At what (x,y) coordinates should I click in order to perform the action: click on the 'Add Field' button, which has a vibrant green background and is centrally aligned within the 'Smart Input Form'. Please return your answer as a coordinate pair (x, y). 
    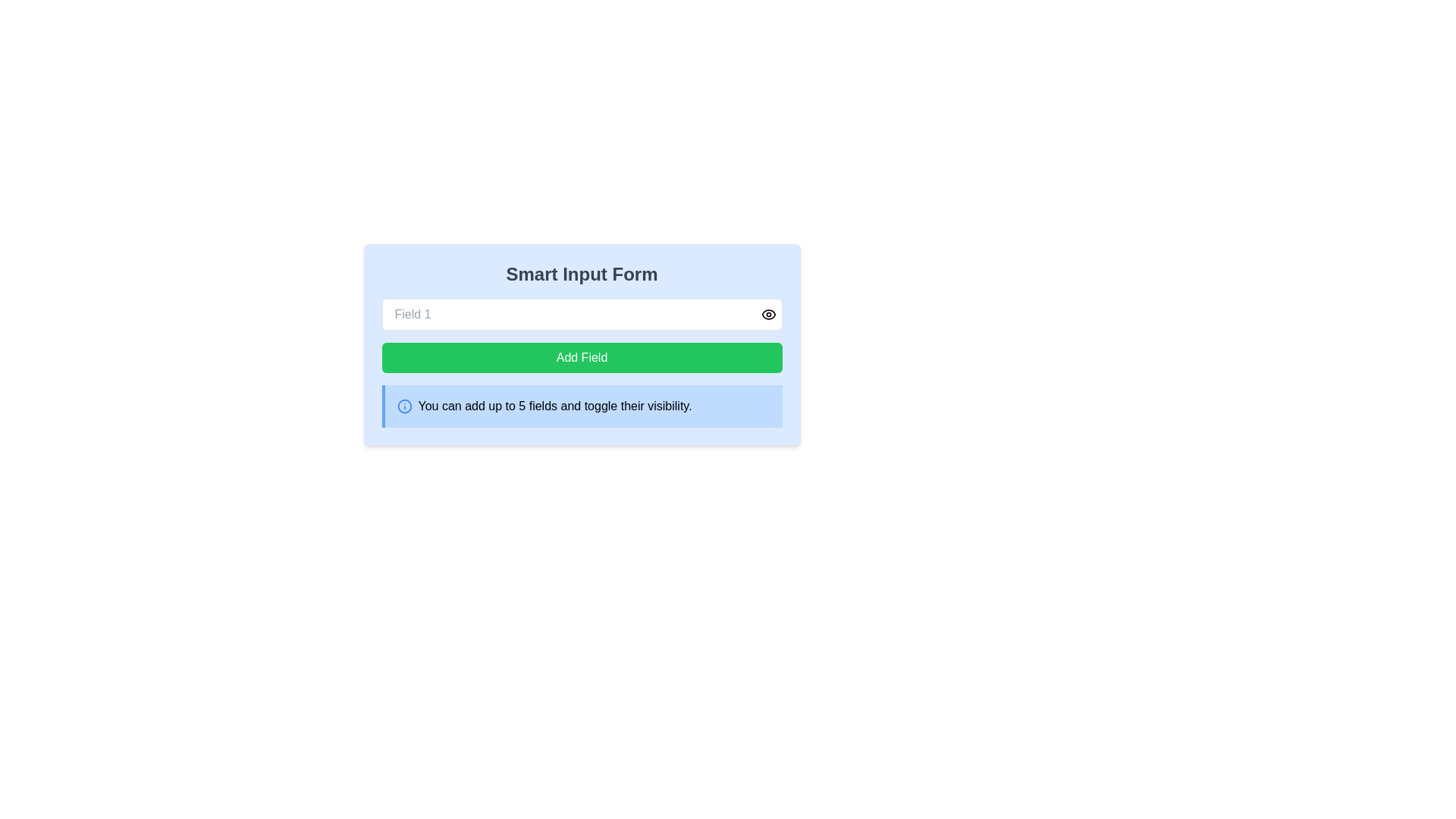
    Looking at the image, I should click on (581, 357).